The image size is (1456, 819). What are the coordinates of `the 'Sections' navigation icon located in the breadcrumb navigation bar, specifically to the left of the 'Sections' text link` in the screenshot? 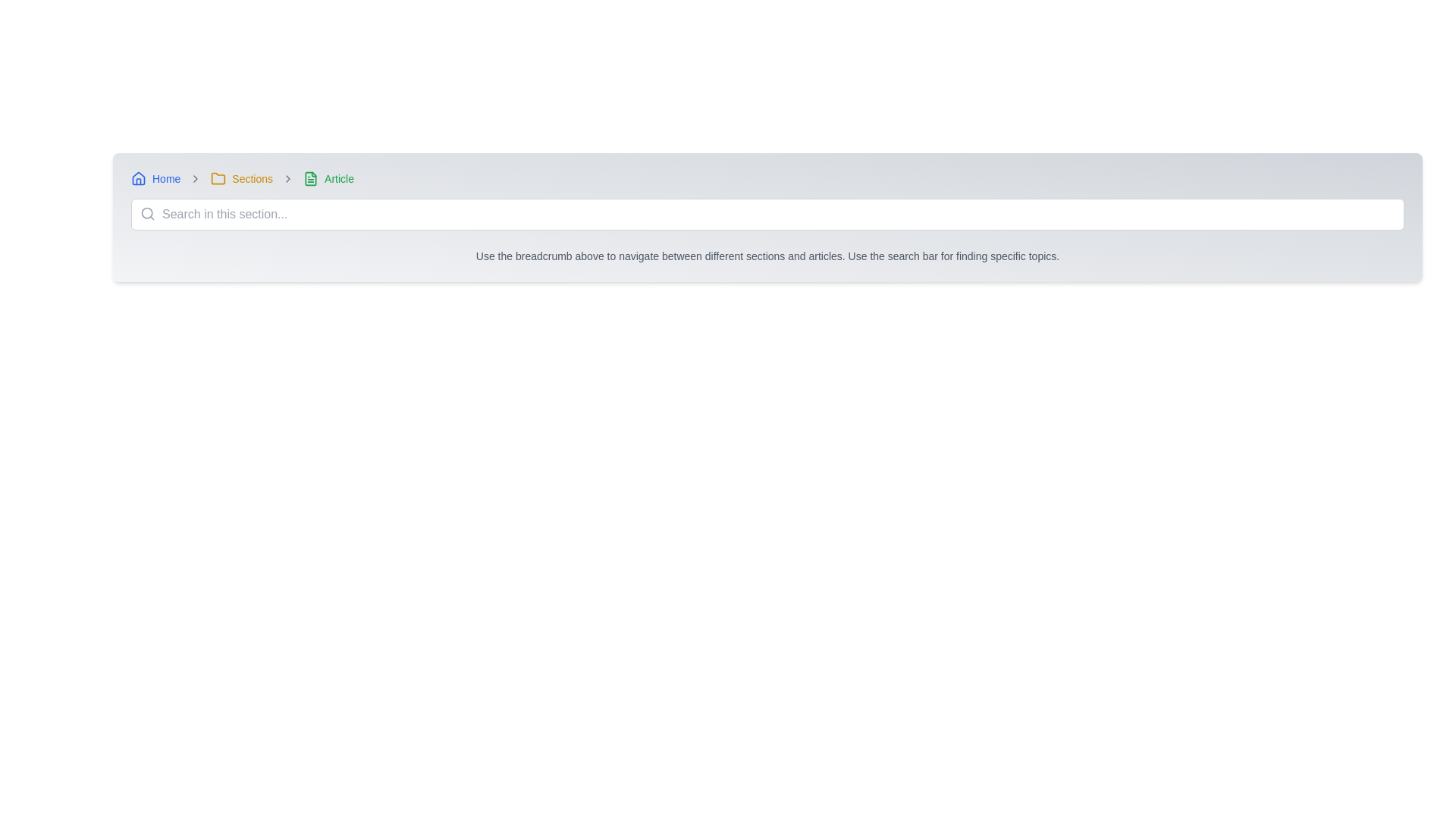 It's located at (218, 177).